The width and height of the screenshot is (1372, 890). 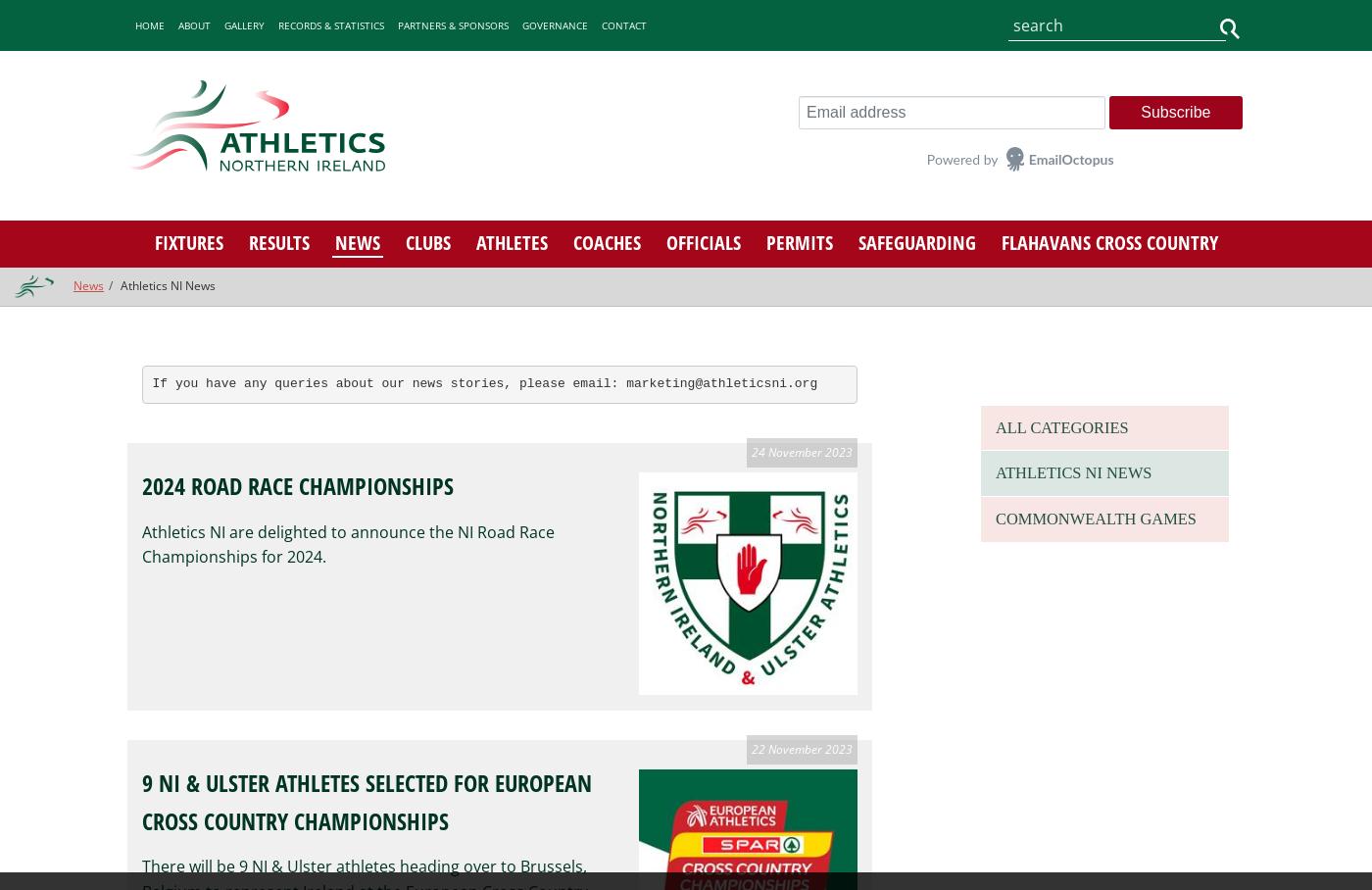 I want to click on 'records & statistics', so click(x=330, y=24).